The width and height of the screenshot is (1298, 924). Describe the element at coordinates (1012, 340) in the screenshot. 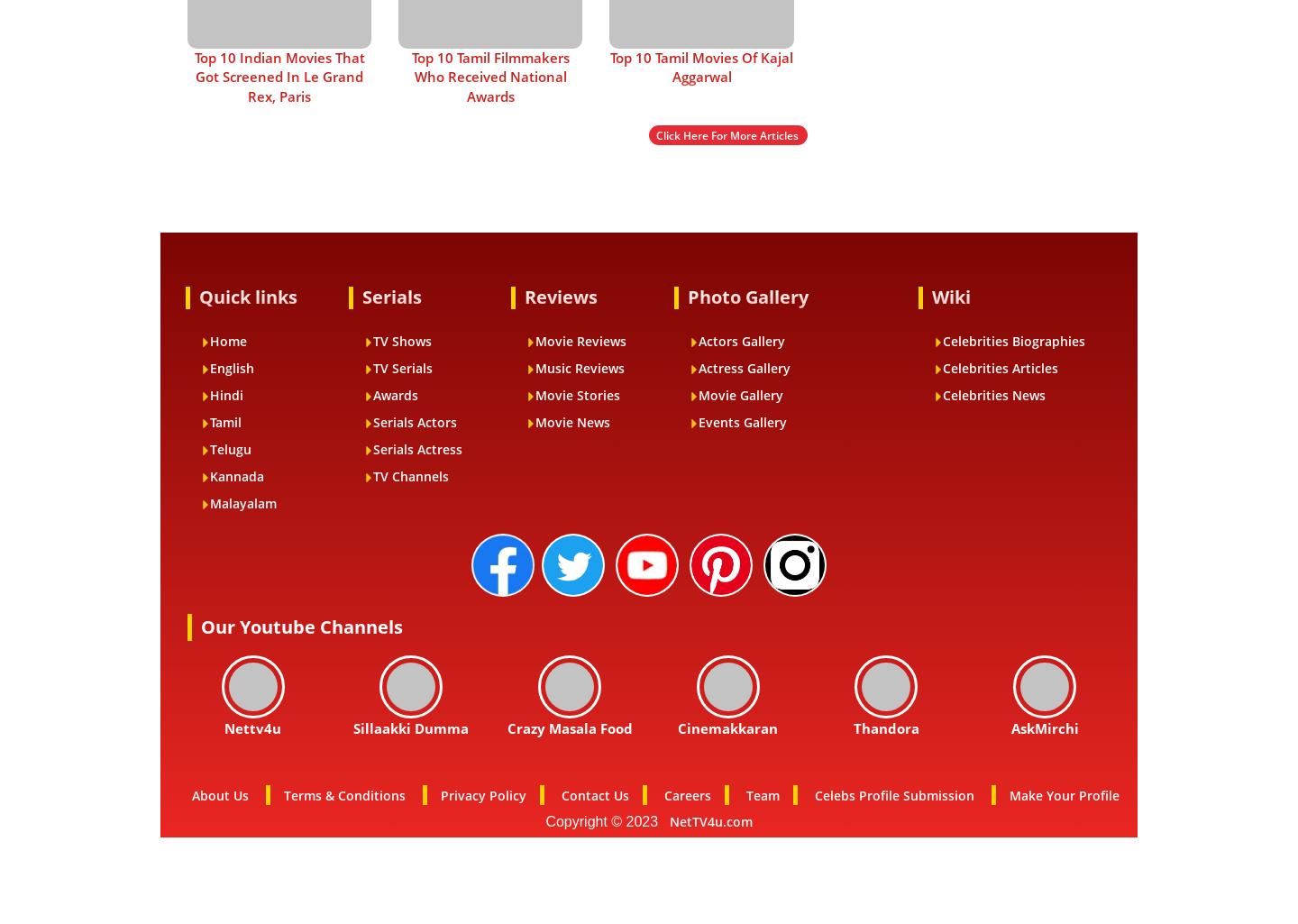

I see `'Celebrities
                                            Biographies'` at that location.